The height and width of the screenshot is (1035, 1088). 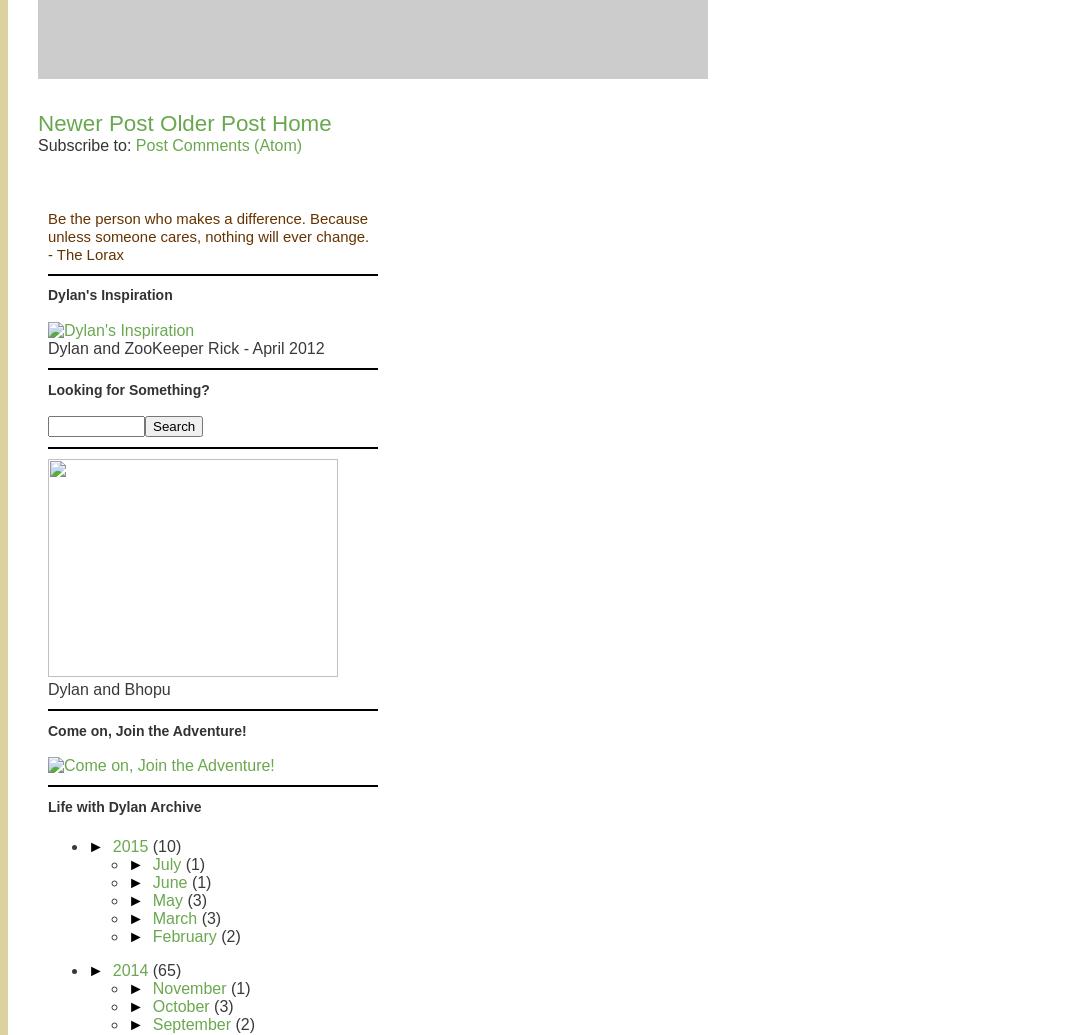 I want to click on 'Looking for Something?', so click(x=128, y=388).